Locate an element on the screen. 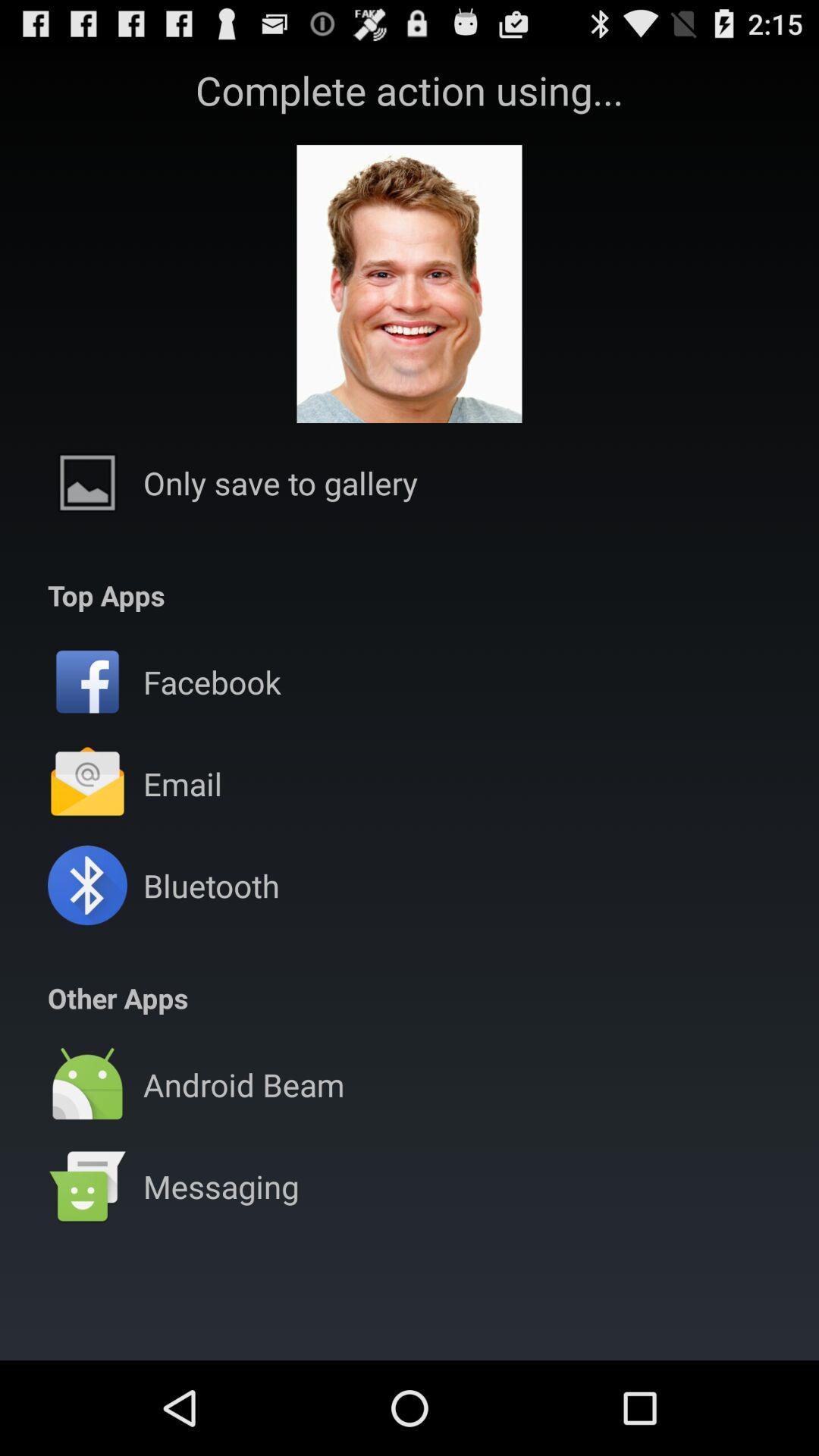  email is located at coordinates (182, 783).